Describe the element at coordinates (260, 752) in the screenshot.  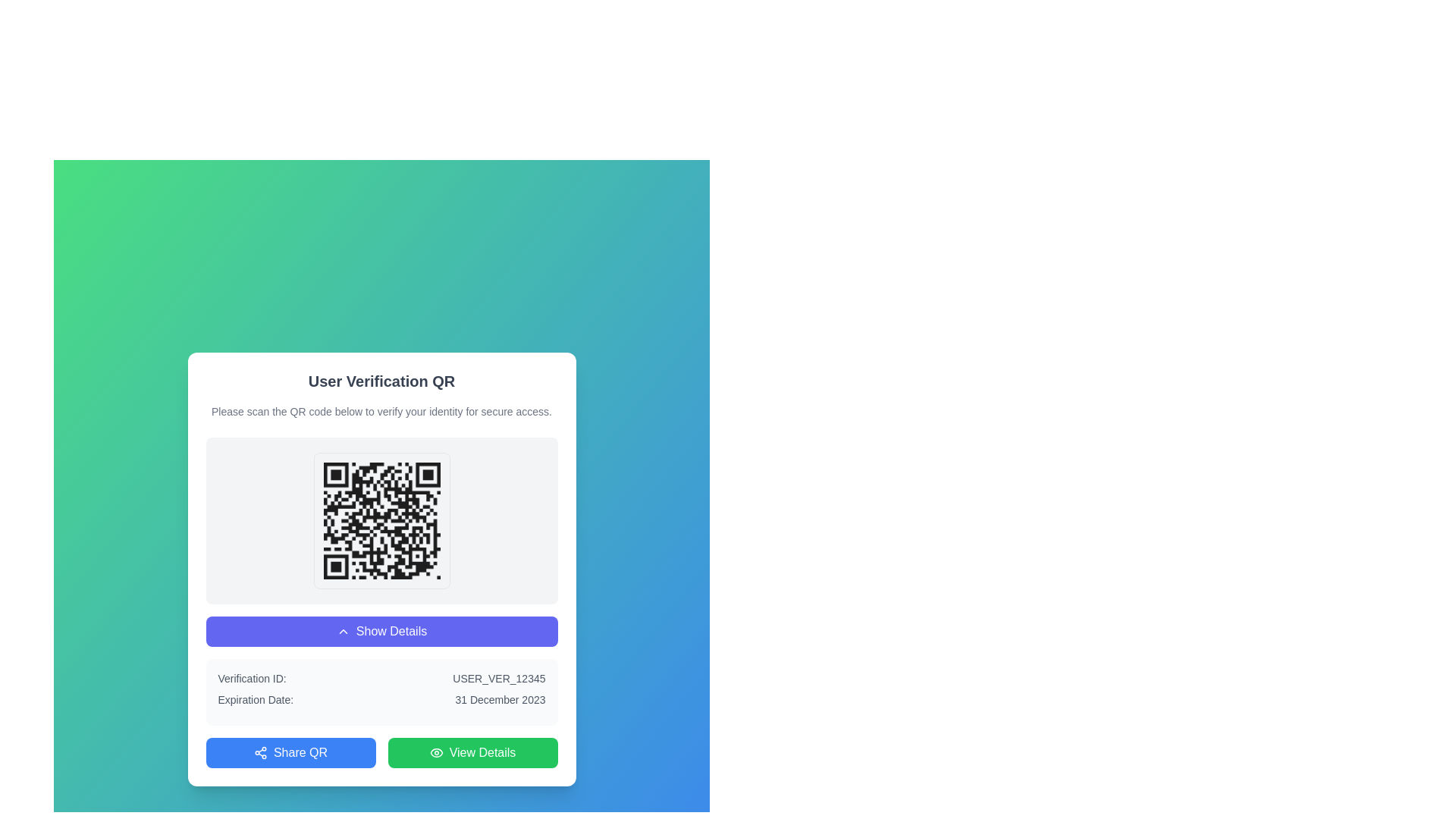
I see `the share icon located on the blue button labeled 'Share QR' at the bottom-left corner of the card, positioned to the left of the text 'Share QR'` at that location.